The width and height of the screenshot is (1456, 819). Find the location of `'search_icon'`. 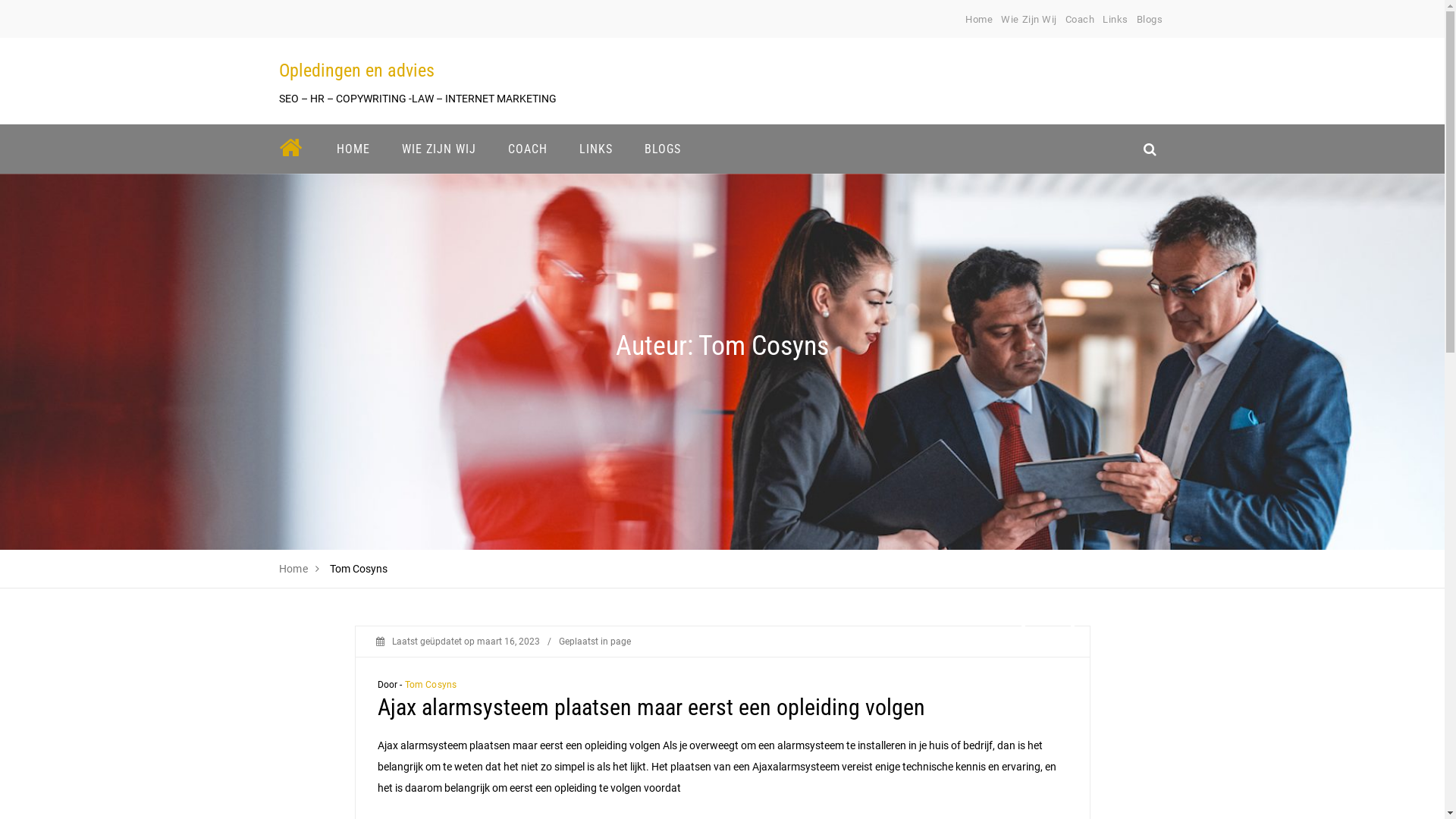

'search_icon' is located at coordinates (1149, 149).